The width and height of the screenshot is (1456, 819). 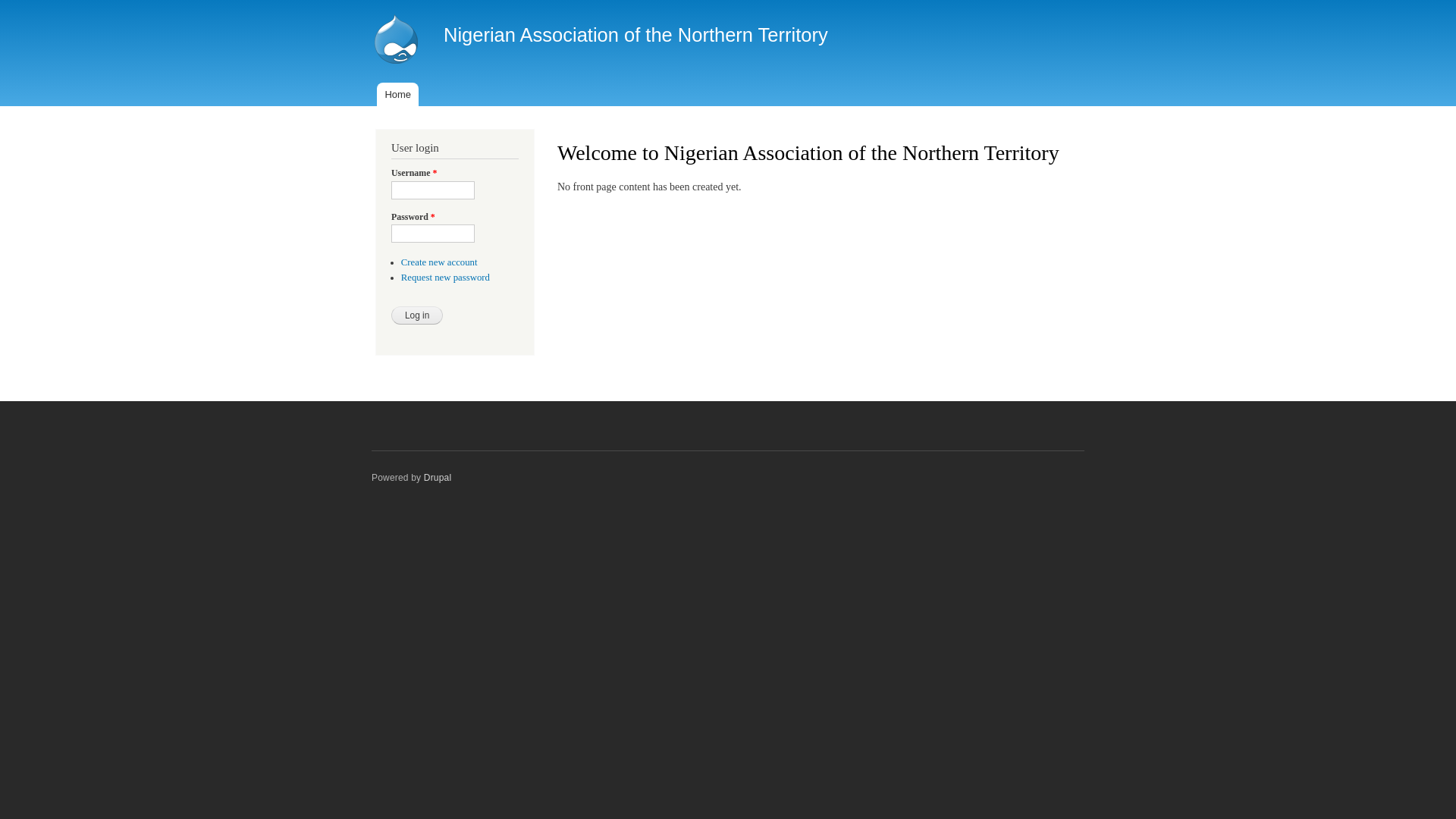 What do you see at coordinates (417, 315) in the screenshot?
I see `'Log in'` at bounding box center [417, 315].